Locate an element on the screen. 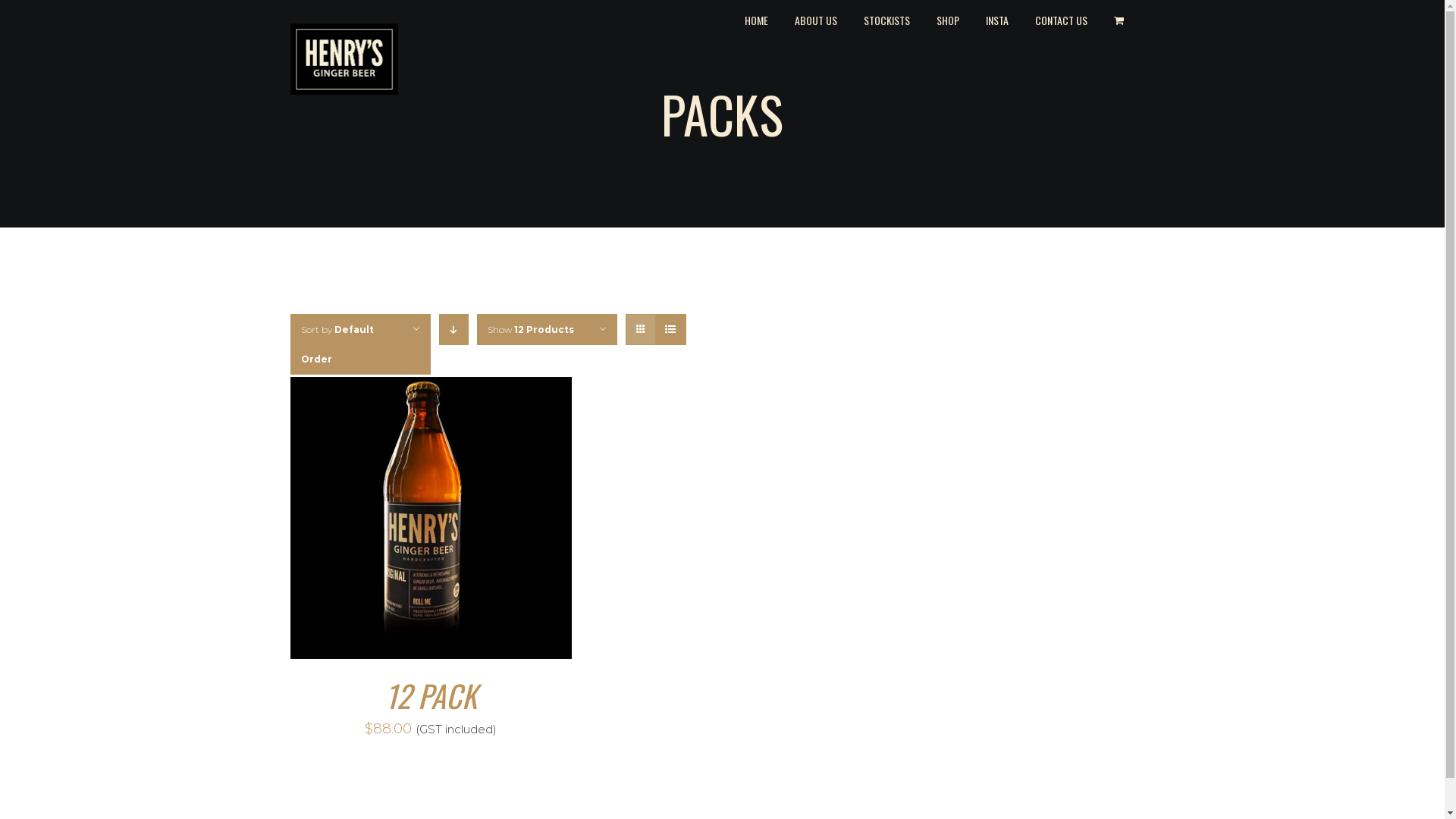  '12 PACK' is located at coordinates (430, 695).